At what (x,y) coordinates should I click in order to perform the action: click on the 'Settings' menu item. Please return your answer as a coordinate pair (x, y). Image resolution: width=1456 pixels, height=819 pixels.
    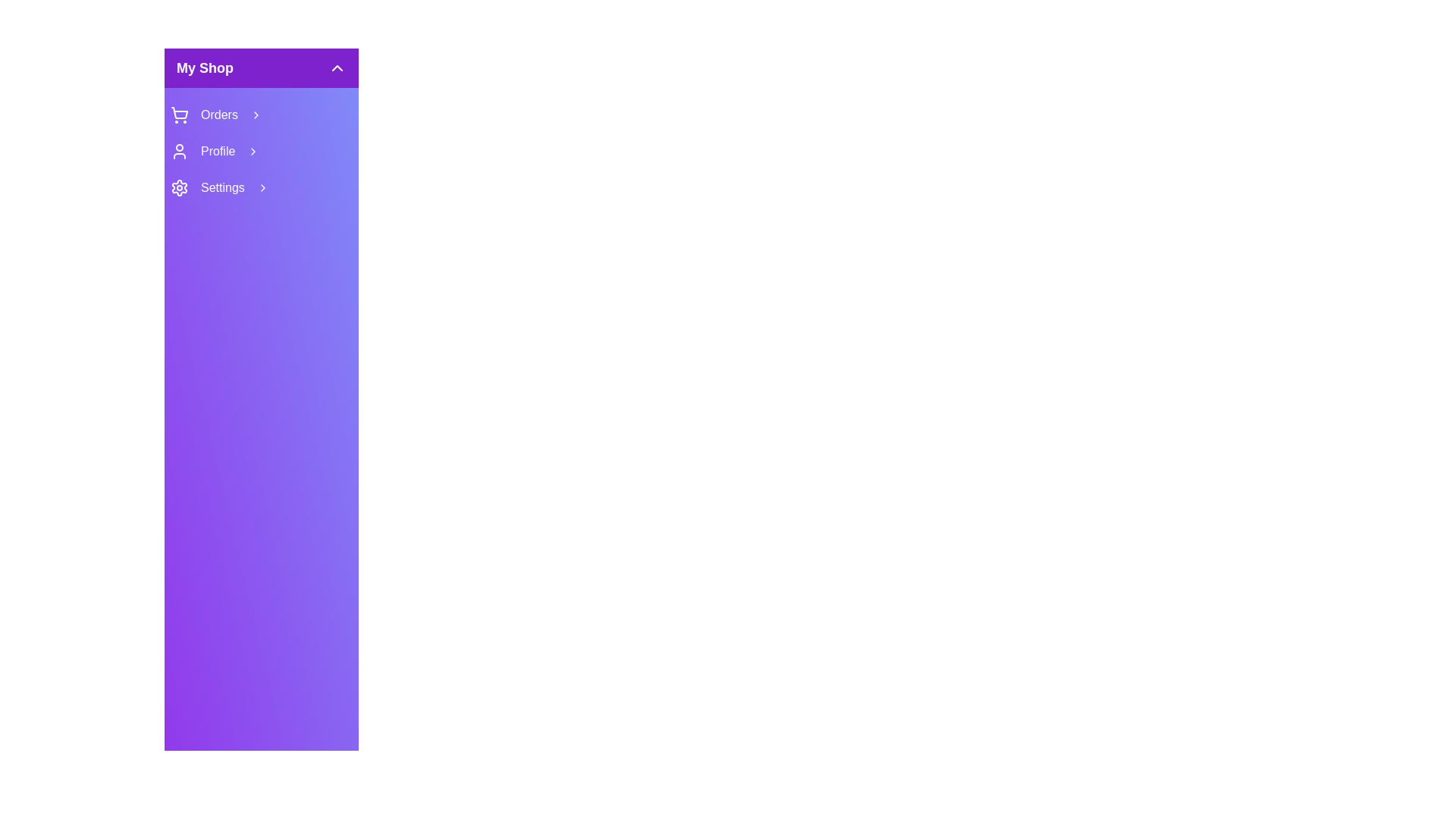
    Looking at the image, I should click on (262, 187).